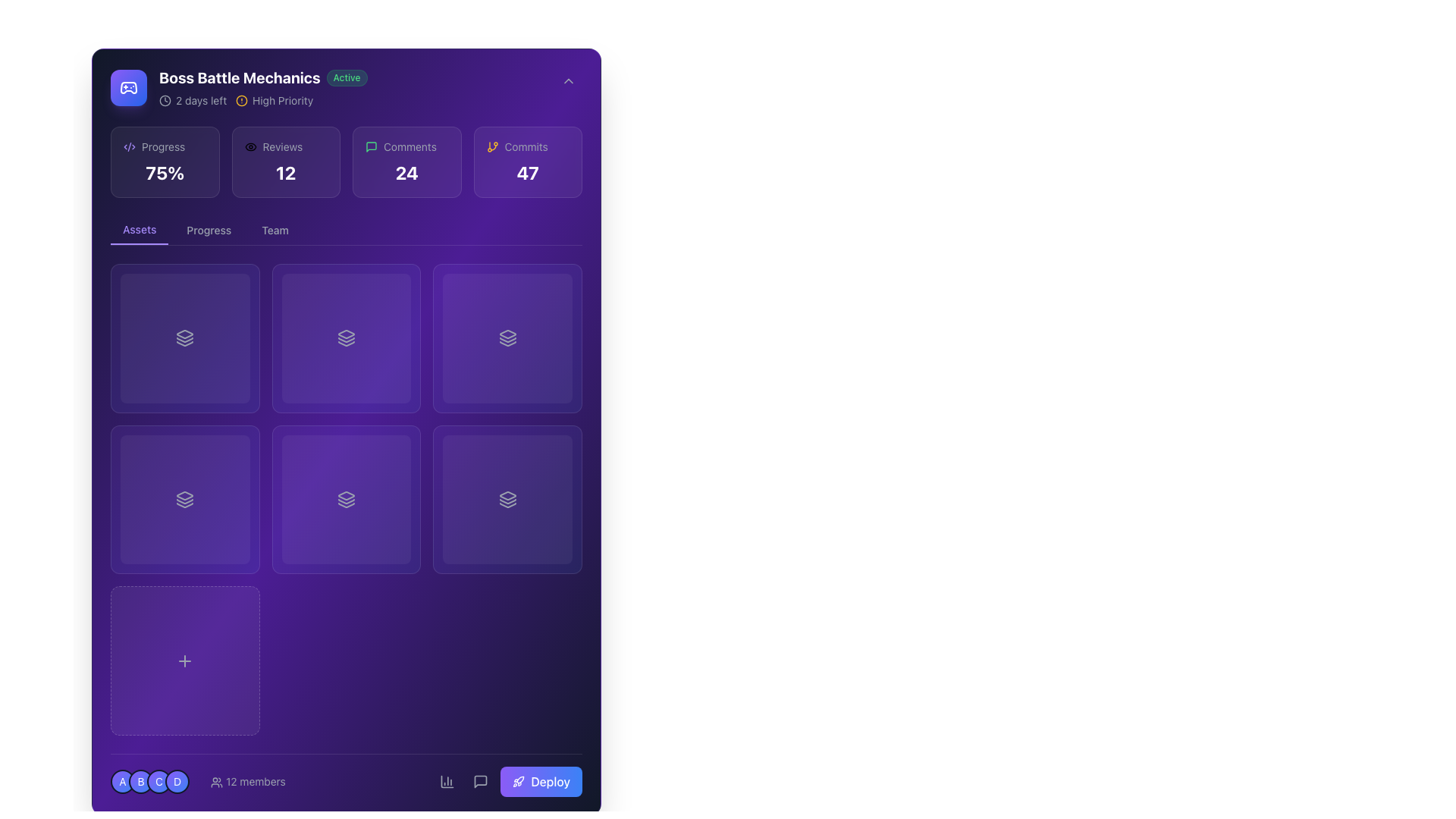  Describe the element at coordinates (282, 146) in the screenshot. I see `the 'Reviews' text label, which is displayed in a small gray font and is positioned between an eye icon and the number '12'` at that location.